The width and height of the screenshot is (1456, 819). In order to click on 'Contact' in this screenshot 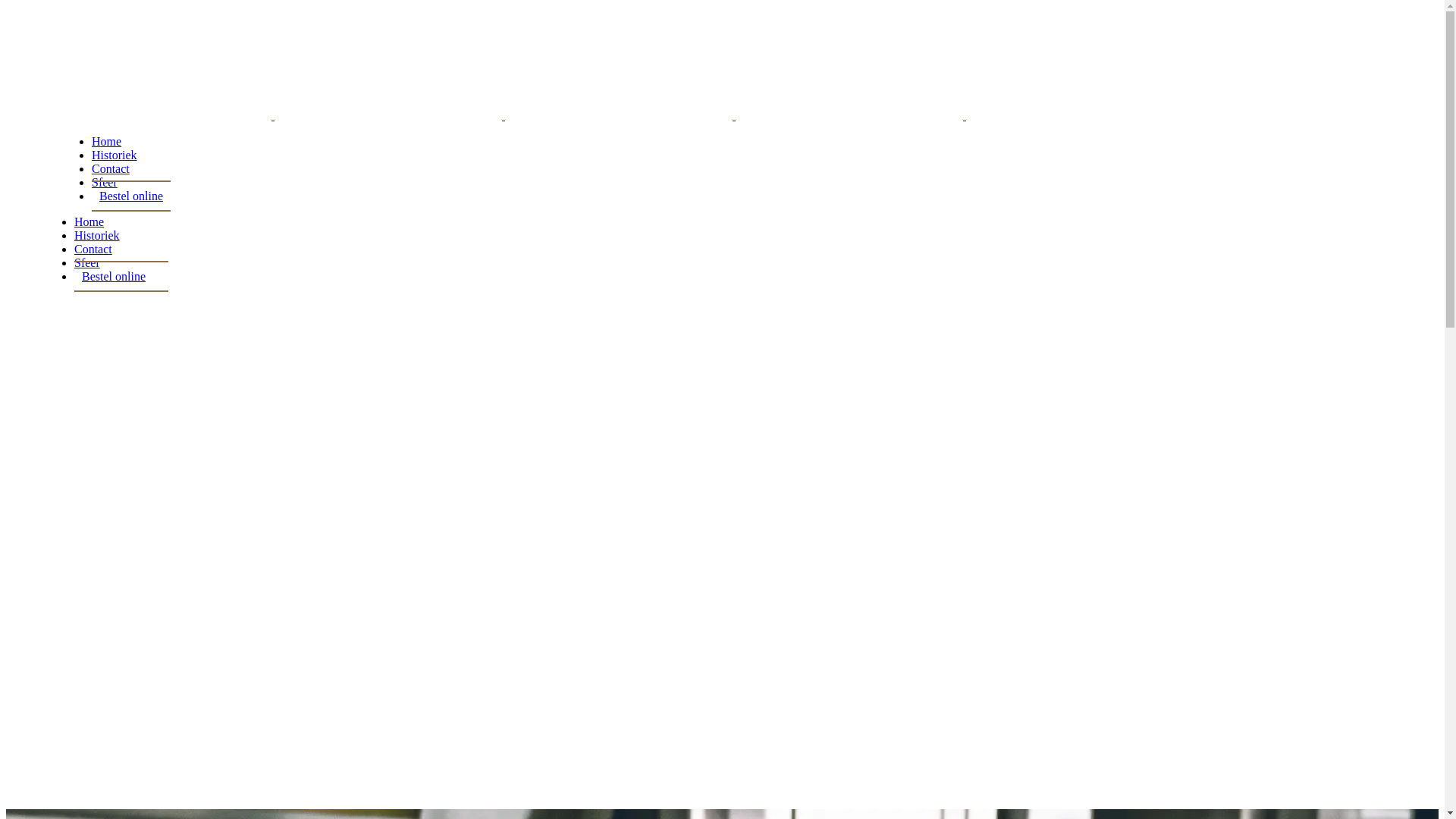, I will do `click(109, 168)`.